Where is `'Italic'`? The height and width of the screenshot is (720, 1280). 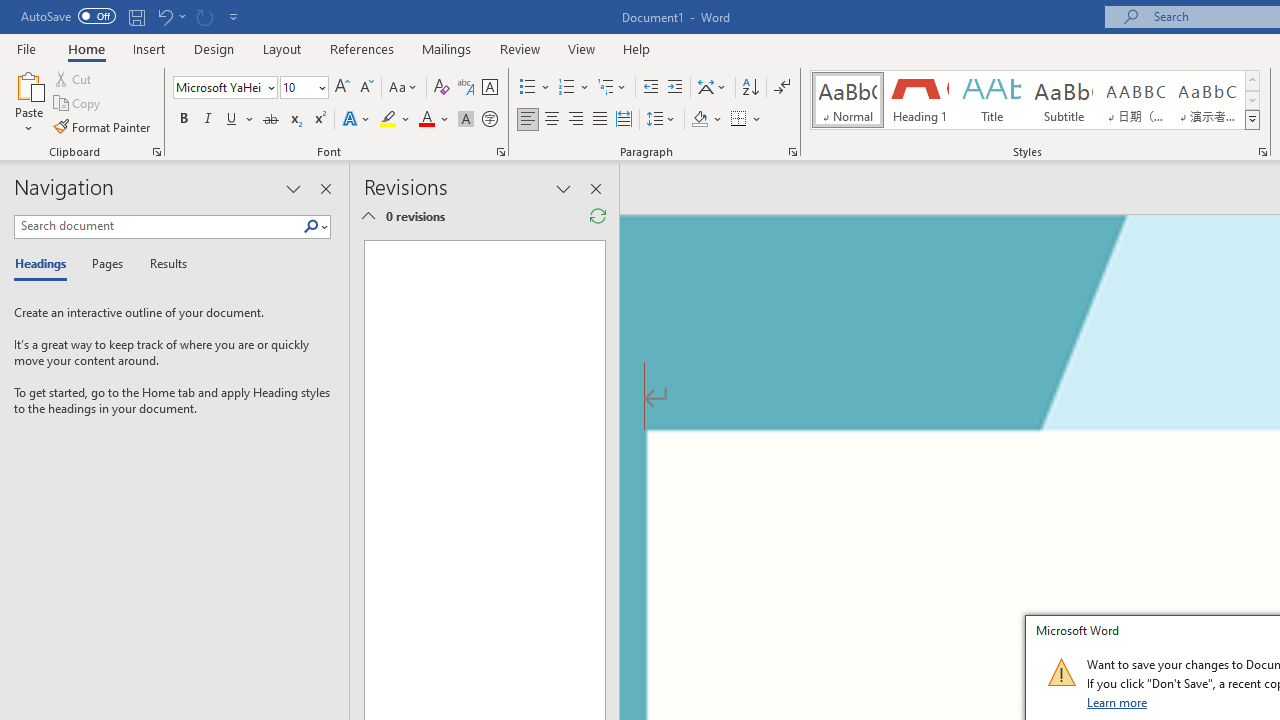 'Italic' is located at coordinates (208, 119).